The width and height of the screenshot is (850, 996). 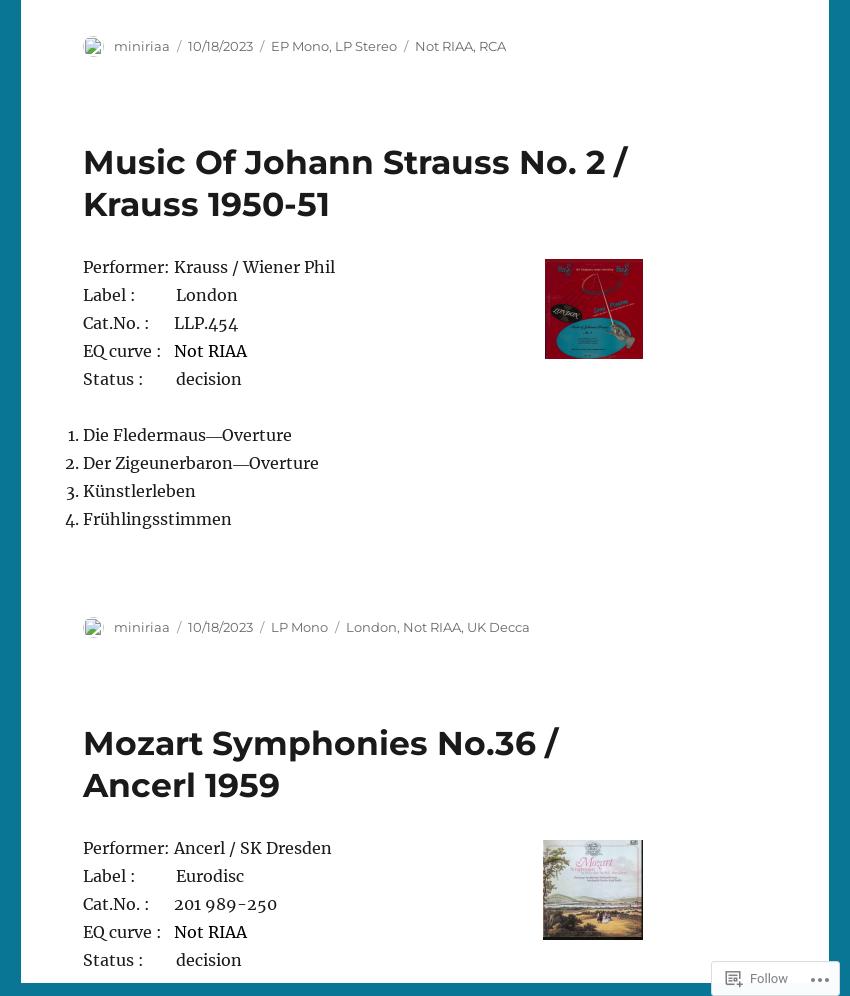 What do you see at coordinates (370, 624) in the screenshot?
I see `'London'` at bounding box center [370, 624].